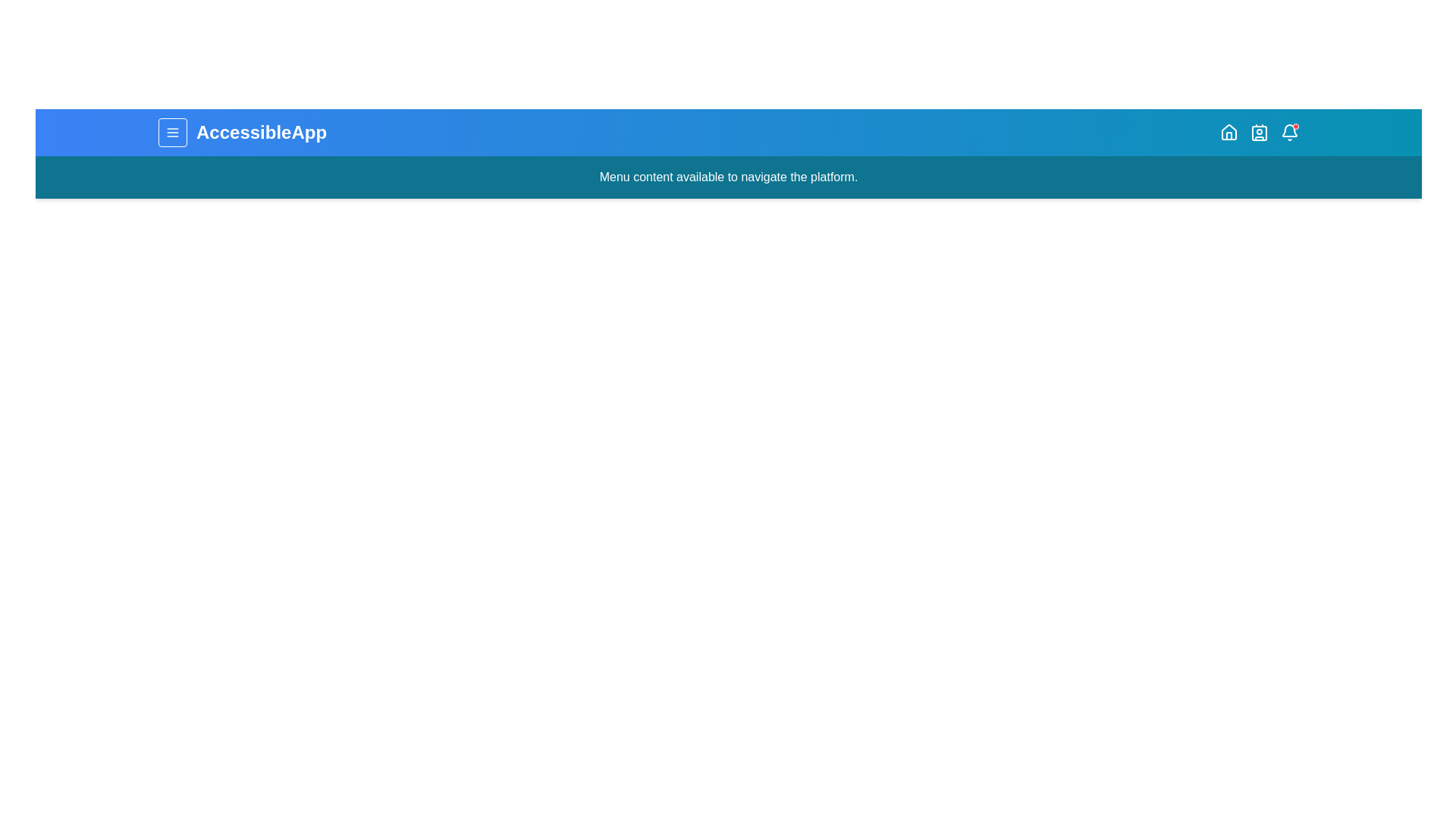  Describe the element at coordinates (1259, 131) in the screenshot. I see `the Contact icon to navigate to the Contact section` at that location.